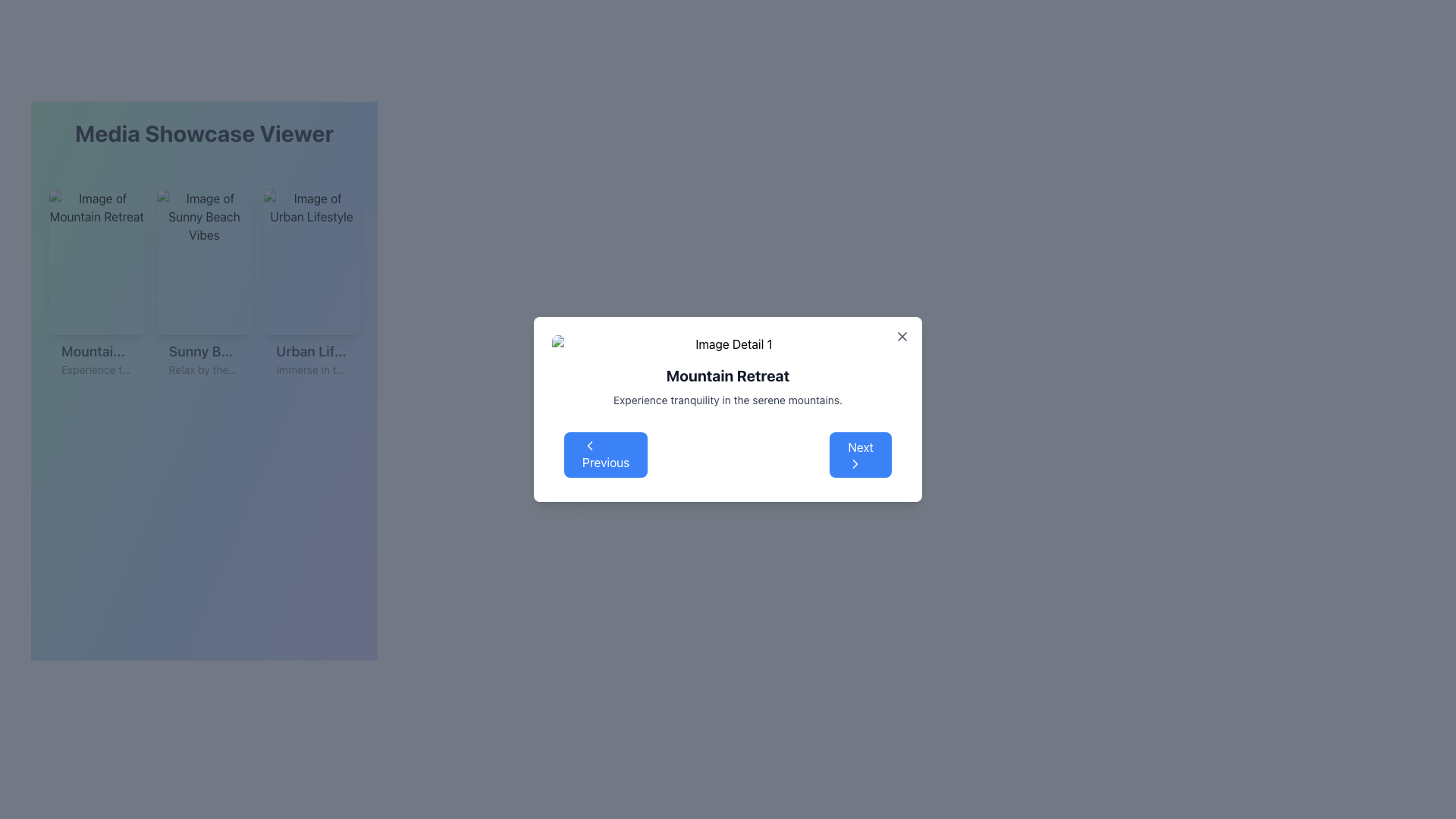  What do you see at coordinates (203, 287) in the screenshot?
I see `the second interactive card in the gallery representing 'Sunny Beach Vibes'` at bounding box center [203, 287].